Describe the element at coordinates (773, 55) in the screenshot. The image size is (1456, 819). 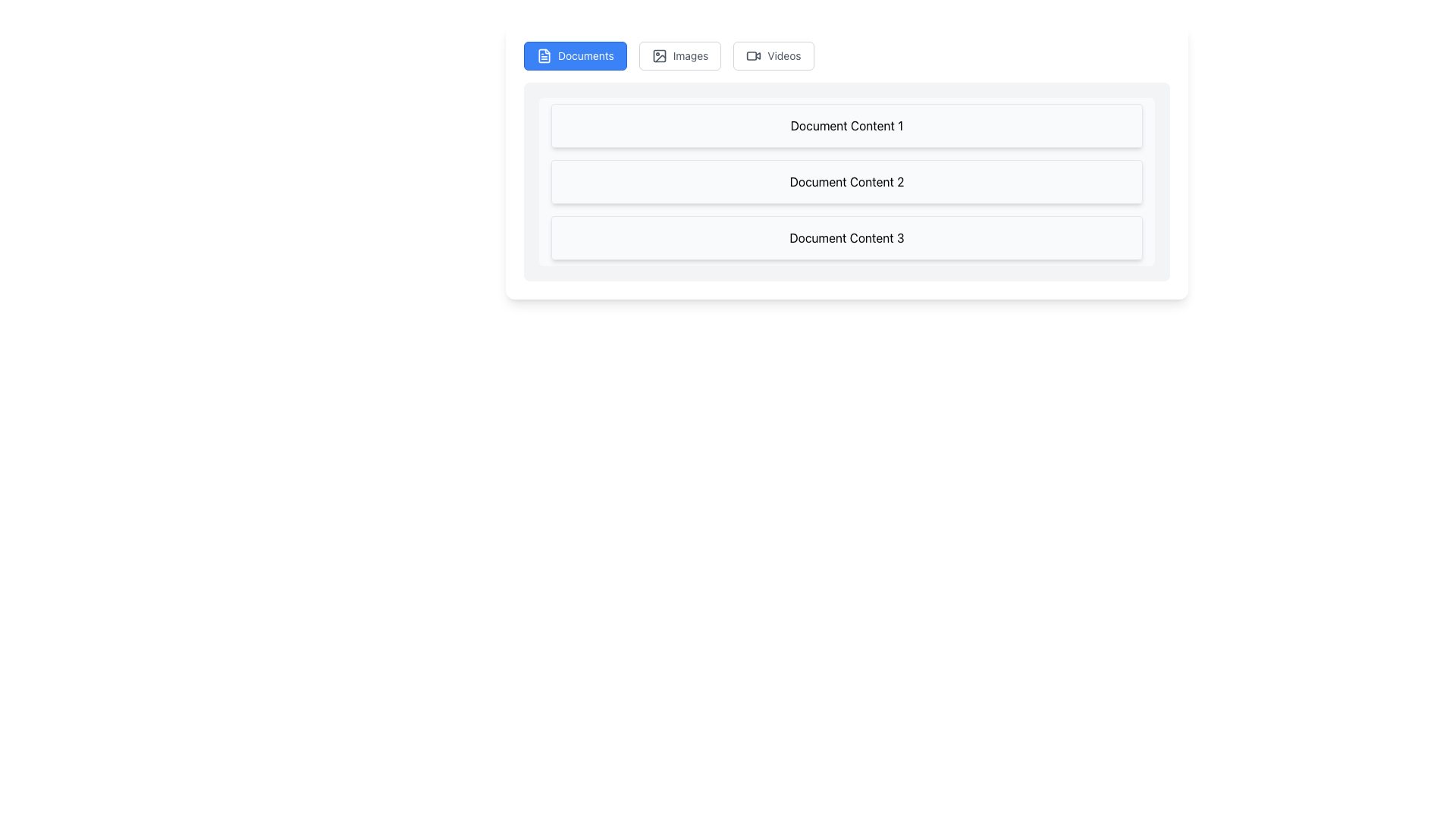
I see `the 'Videos' button, which is the third button in a horizontal group of buttons labeled 'Documents', 'Images', and 'Videos'` at that location.